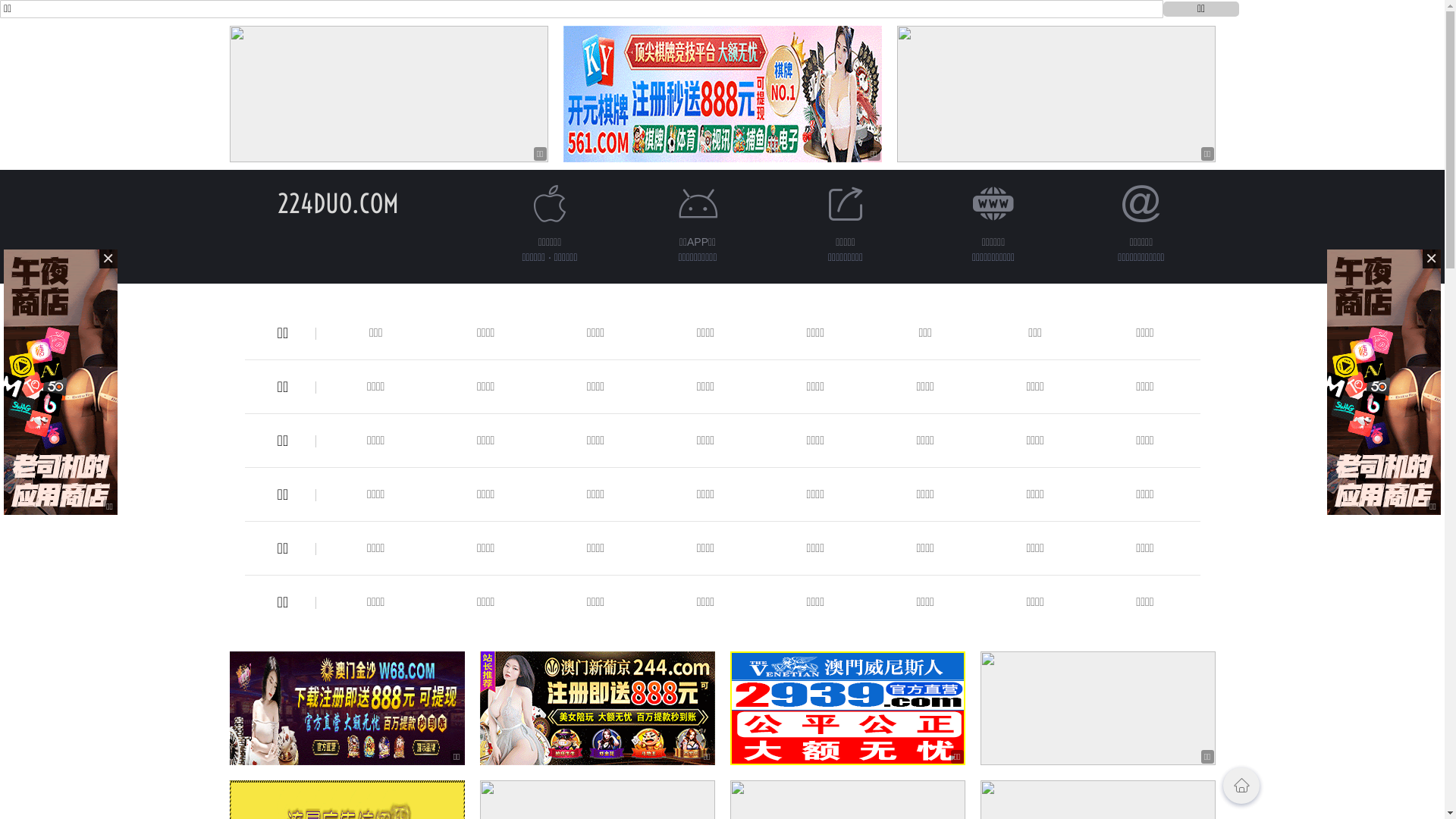  I want to click on '224DUO.COM', so click(337, 202).